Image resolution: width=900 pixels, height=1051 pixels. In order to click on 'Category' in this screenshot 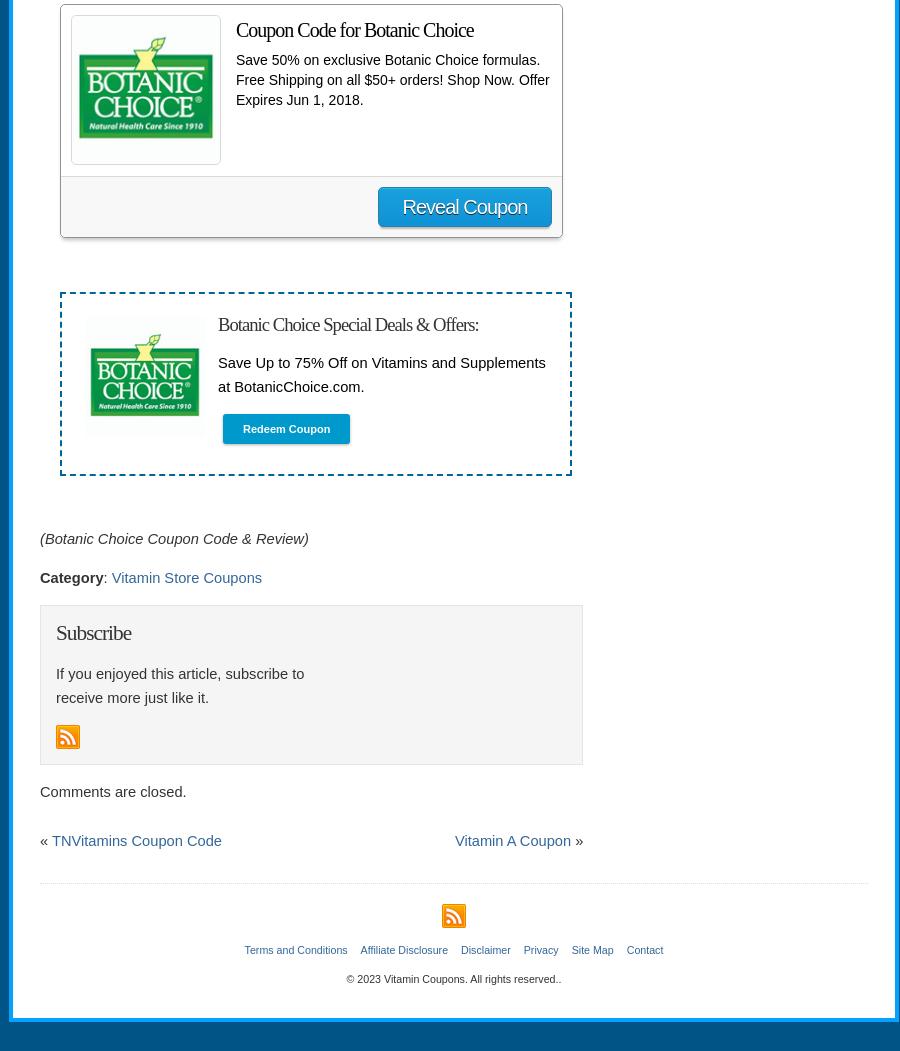, I will do `click(70, 576)`.